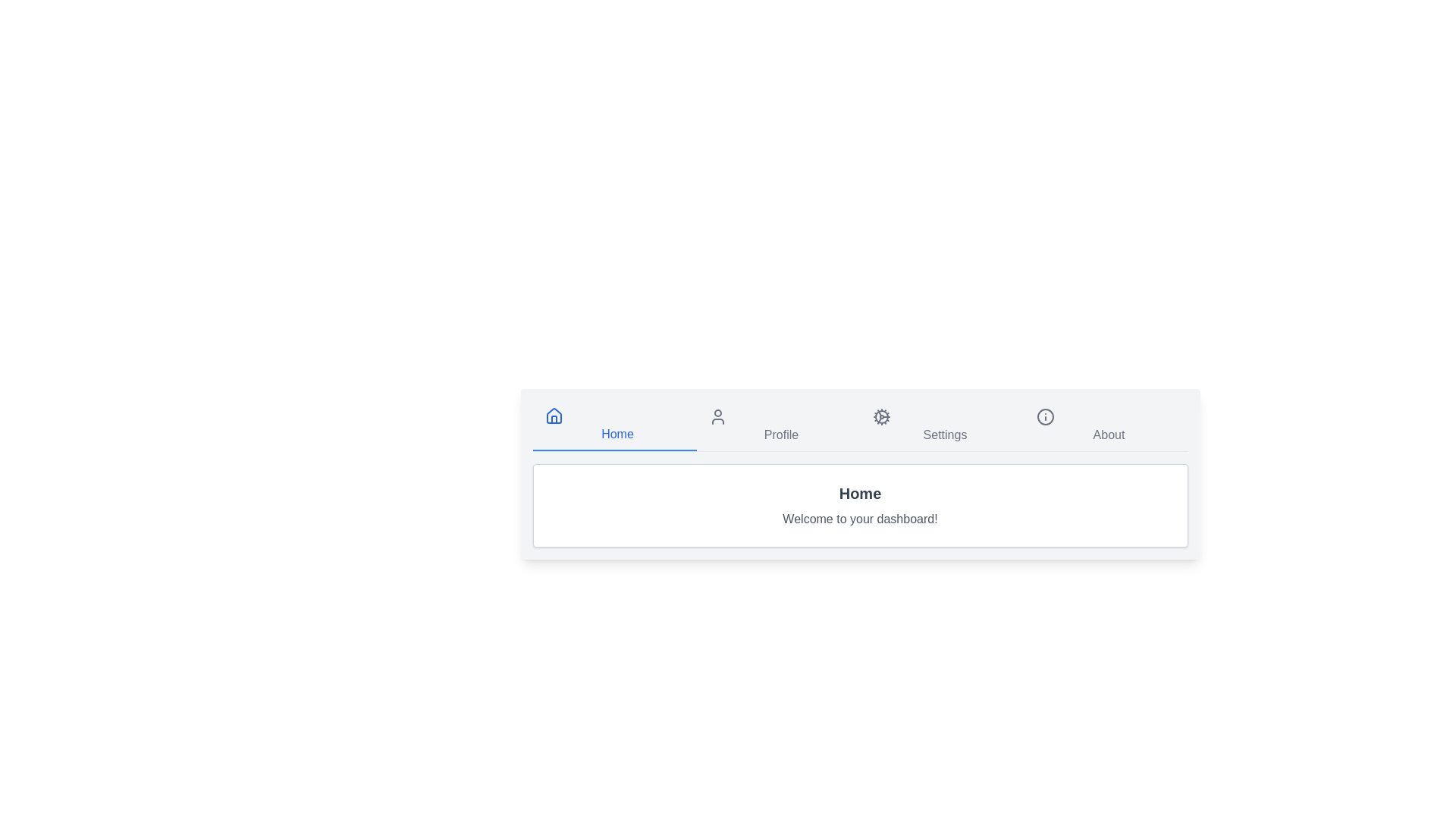  I want to click on the Home tab by clicking on its navigation button, so click(614, 426).